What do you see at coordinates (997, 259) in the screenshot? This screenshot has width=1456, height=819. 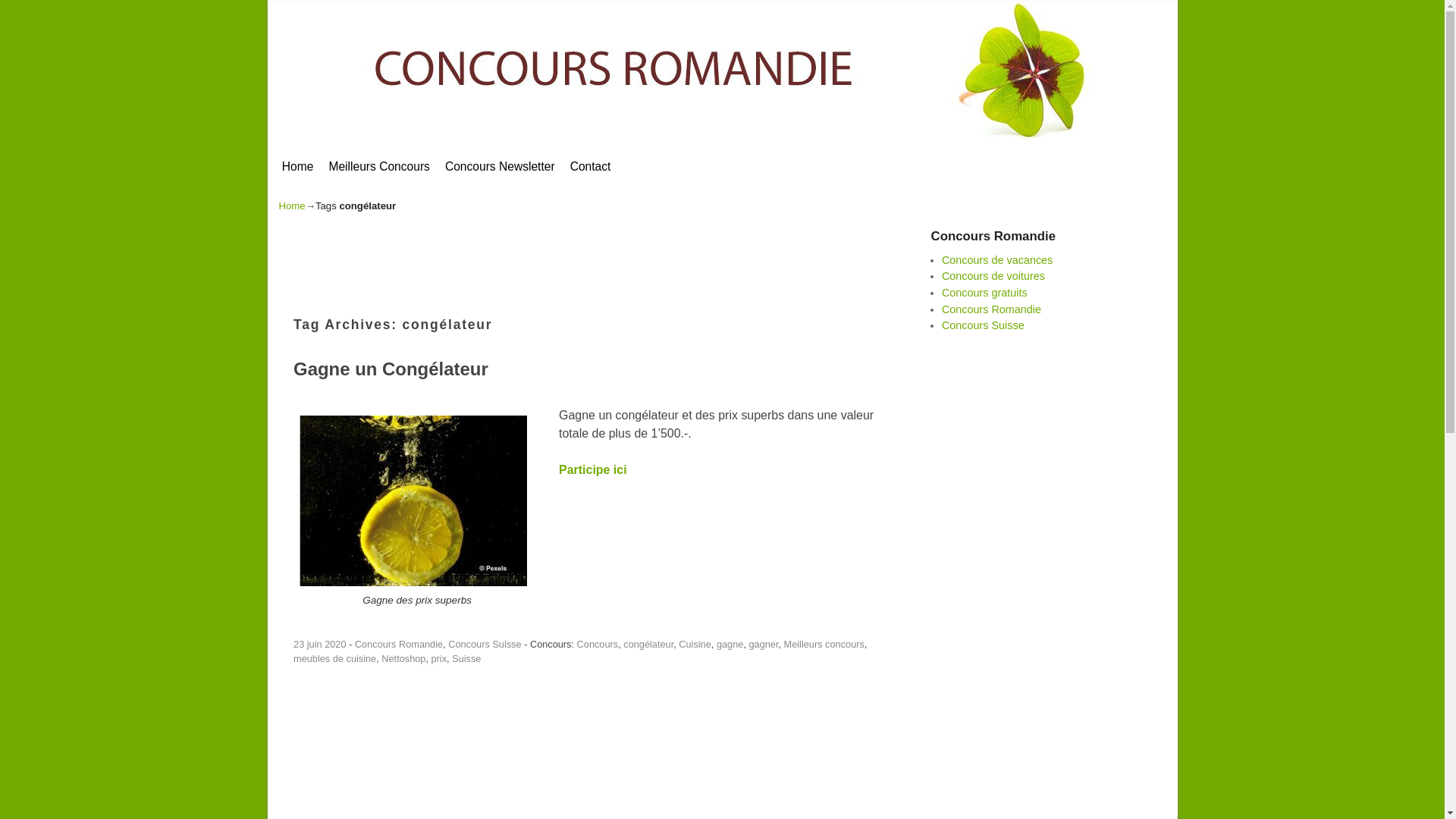 I see `'Concours de vacances'` at bounding box center [997, 259].